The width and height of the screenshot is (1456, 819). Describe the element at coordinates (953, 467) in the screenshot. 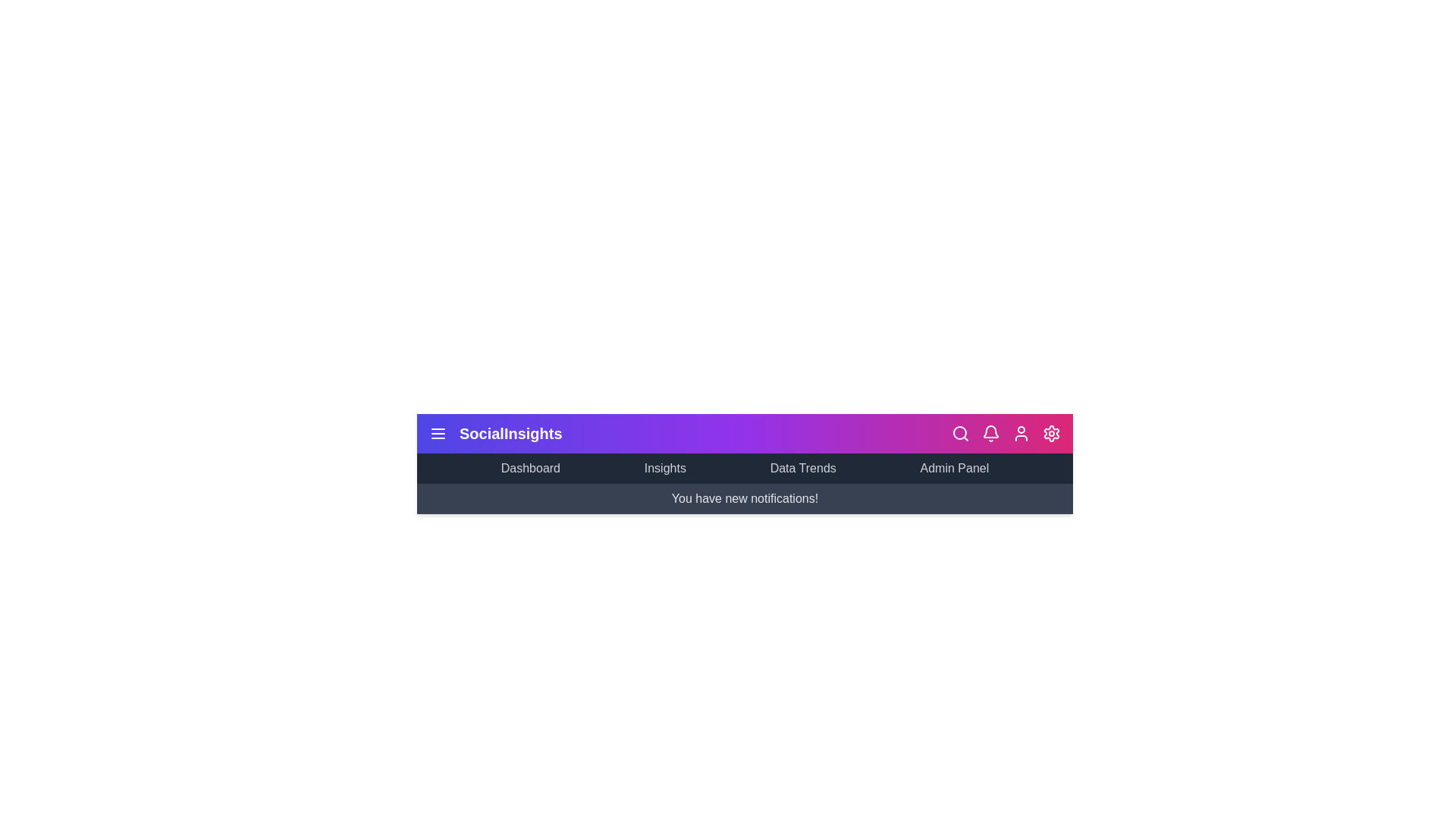

I see `the 'Admin Panel' menu item` at that location.